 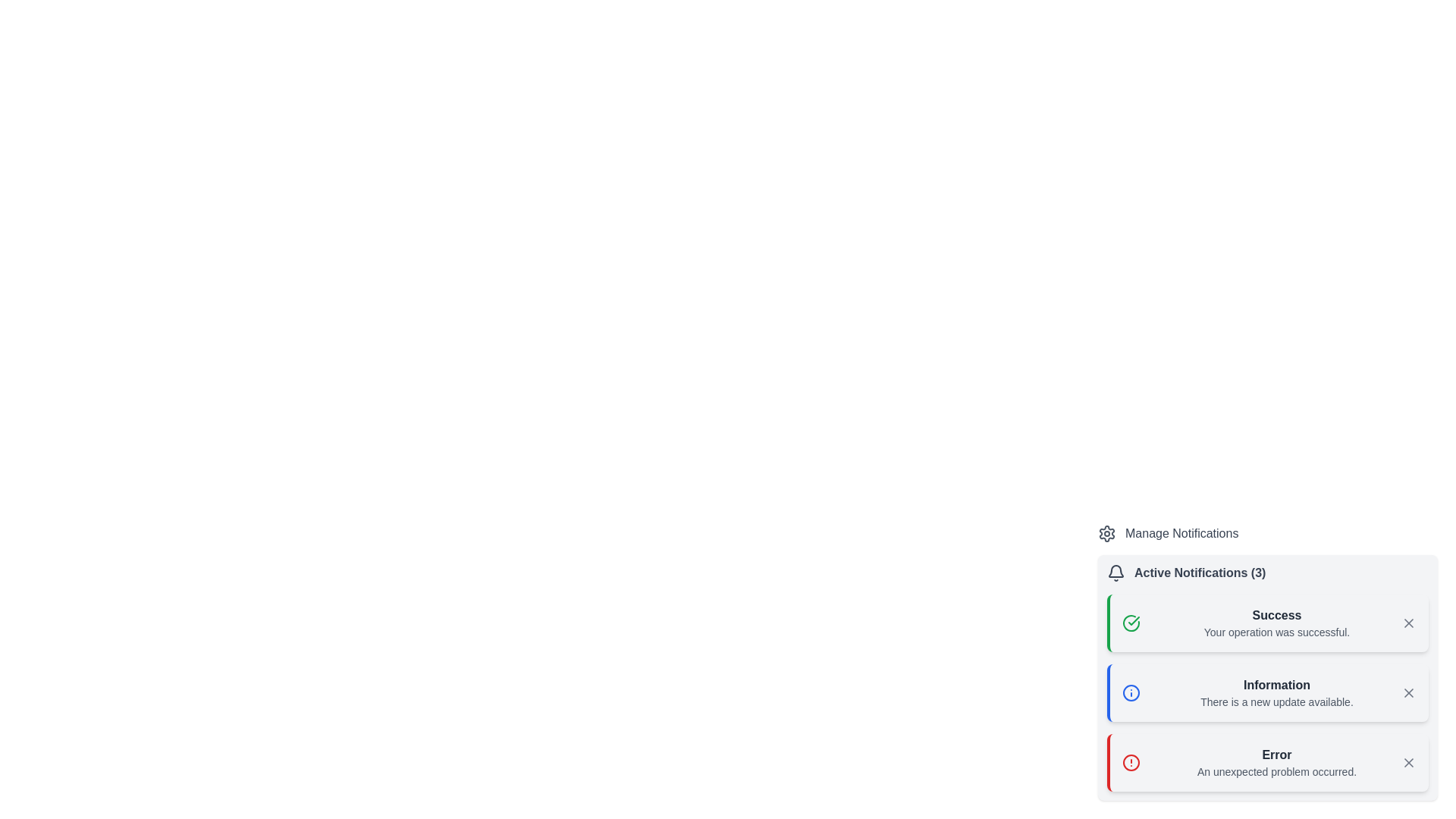 What do you see at coordinates (1276, 693) in the screenshot?
I see `the informational notification message text block located within the second notification of the vertically stacked notification list, which is positioned between the 'Success' and 'Error' notifications, and next to a blue circular icon with an 'i' symbol` at bounding box center [1276, 693].